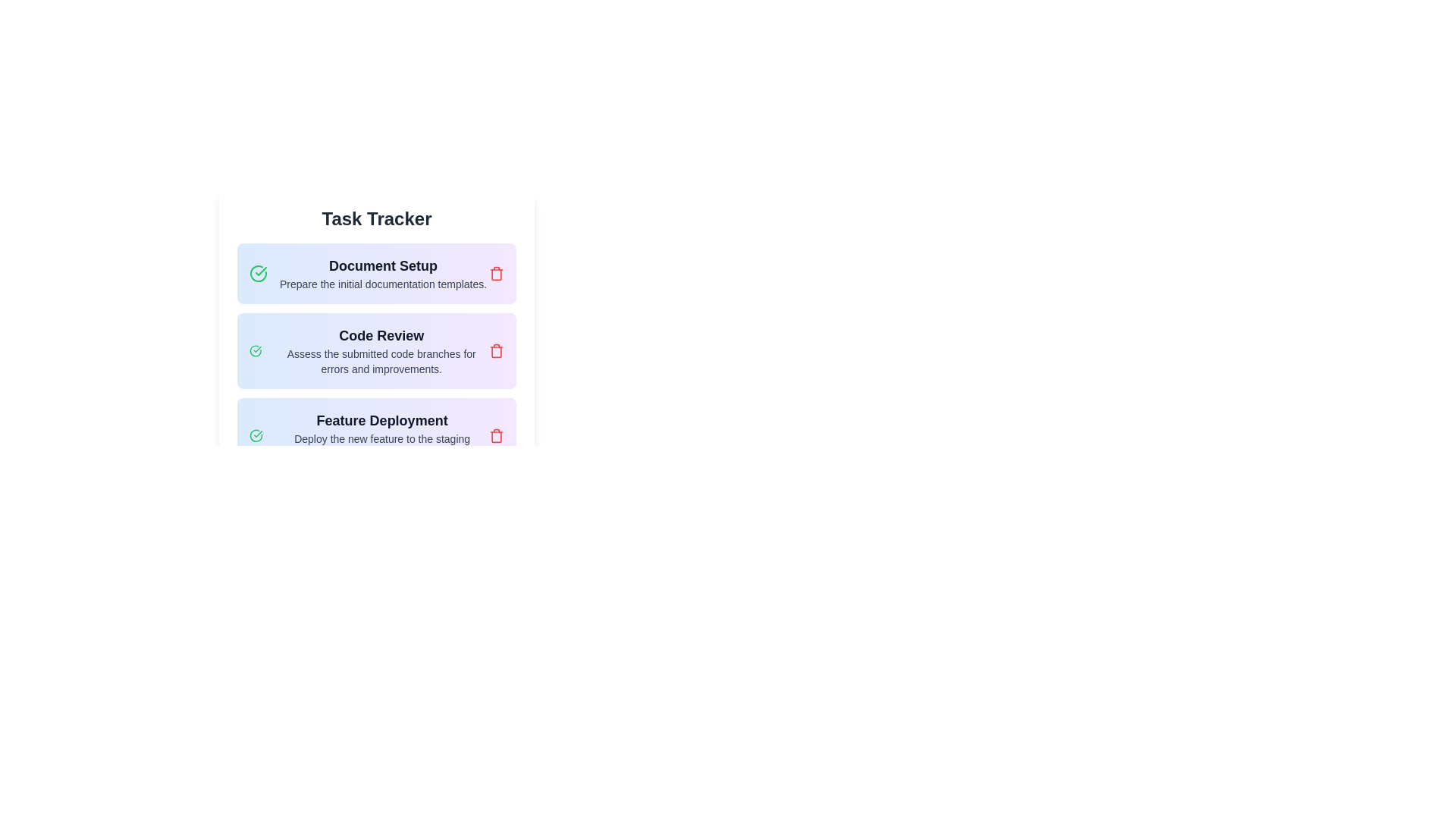  Describe the element at coordinates (256, 435) in the screenshot. I see `the circular green icon with a checkmark at the beginning of the 'Feature Deployment' row in the Task Tracker` at that location.